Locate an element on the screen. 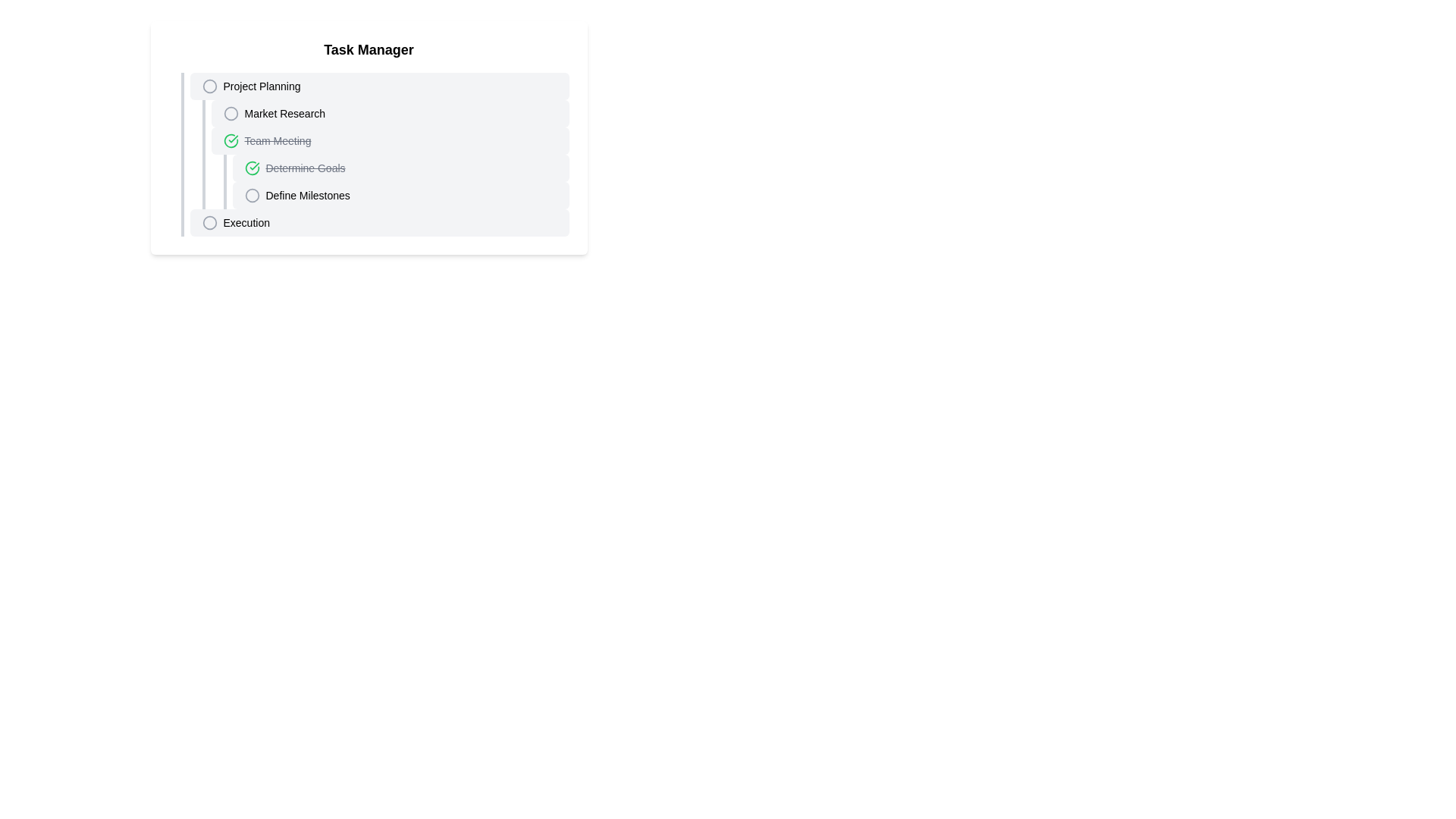  the Circle Checkmark icon within the 'Determine Goals' sidebar panel, indicating task completion is located at coordinates (252, 168).